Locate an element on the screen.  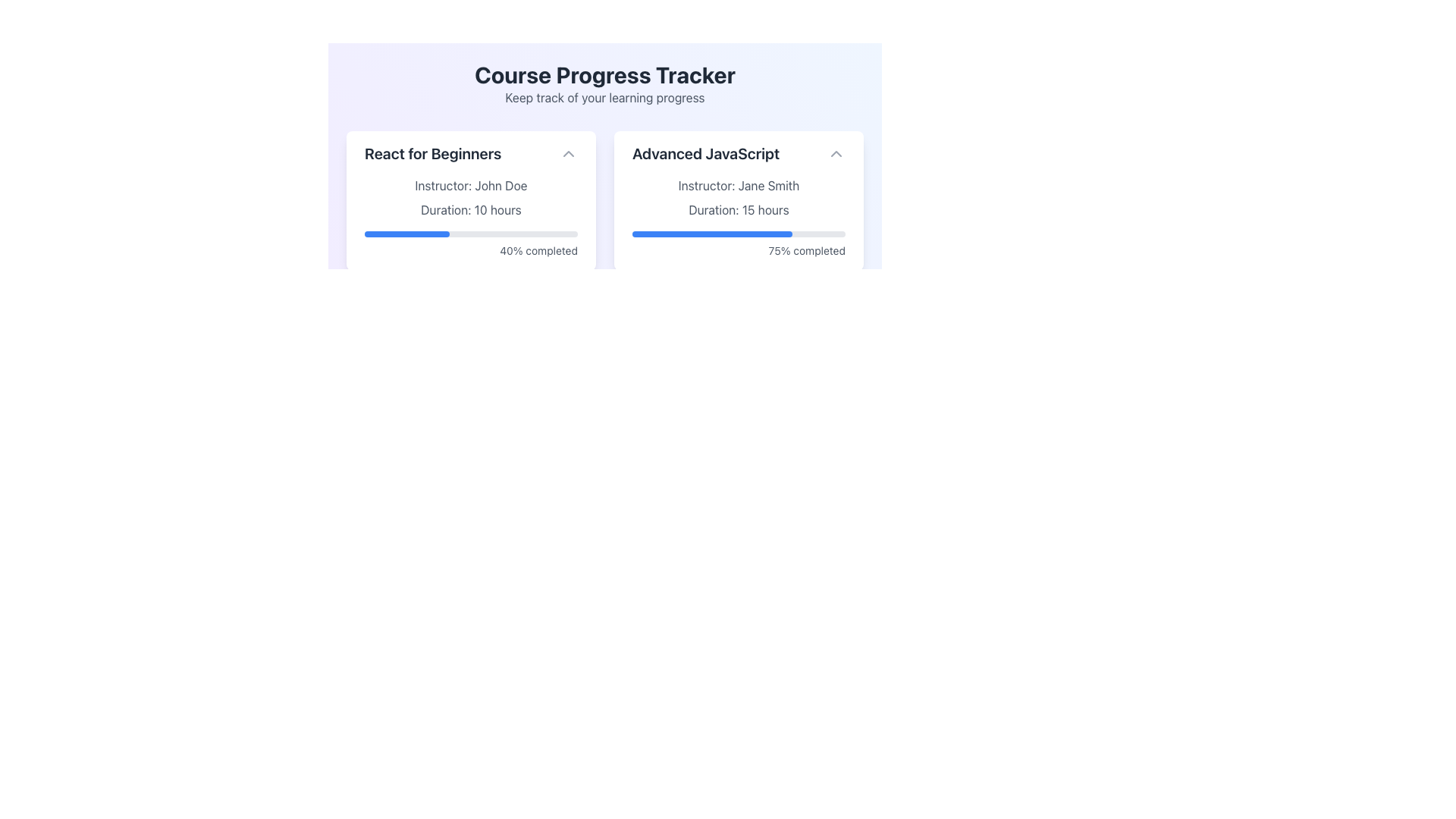
the progress visually by interacting with the progress bar located near the bottom of the 'React for Beginners' section, directly above the '40% completed' text is located at coordinates (470, 234).